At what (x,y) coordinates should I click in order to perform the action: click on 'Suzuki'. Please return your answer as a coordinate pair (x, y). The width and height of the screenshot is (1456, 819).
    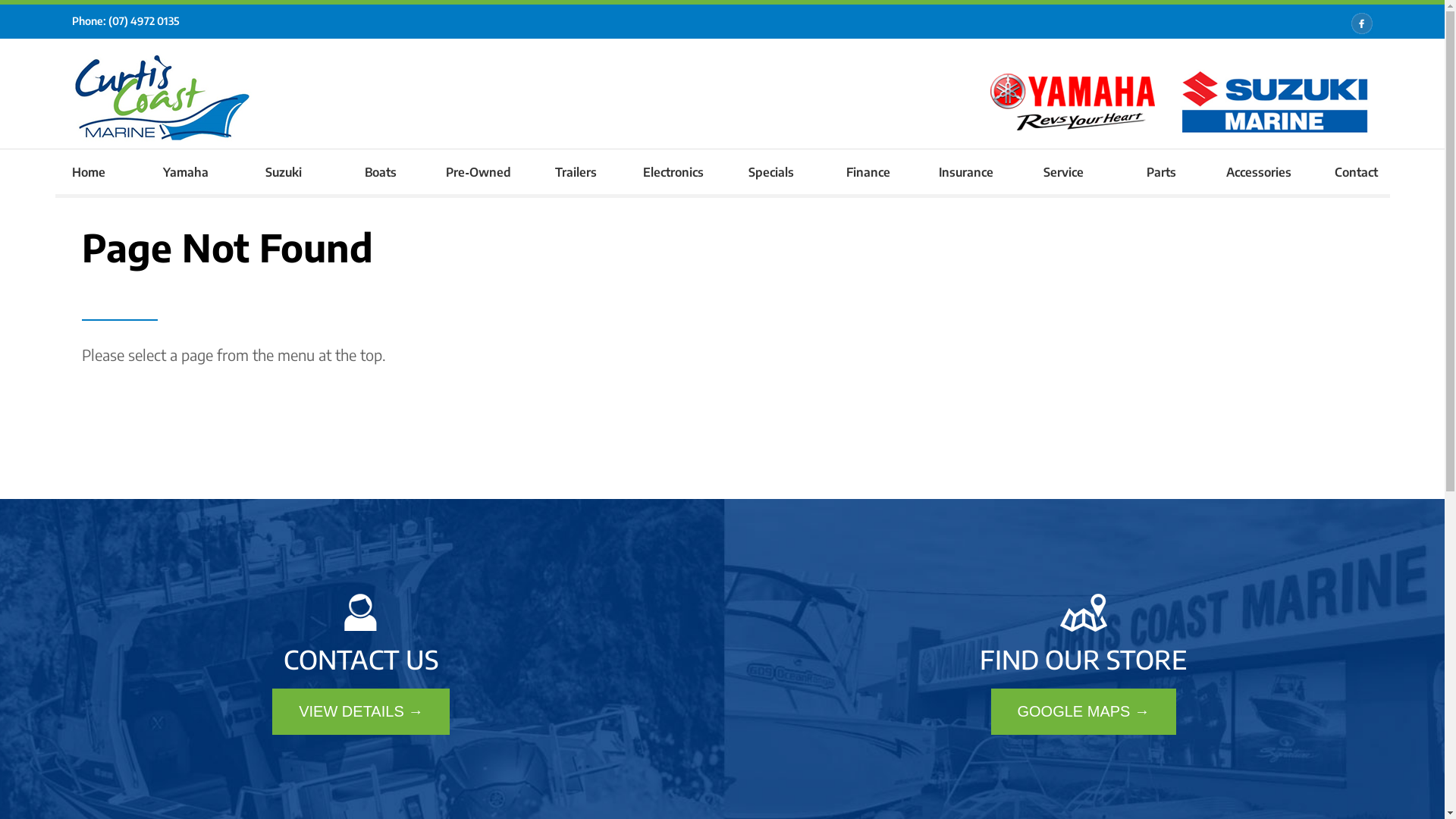
    Looking at the image, I should click on (234, 171).